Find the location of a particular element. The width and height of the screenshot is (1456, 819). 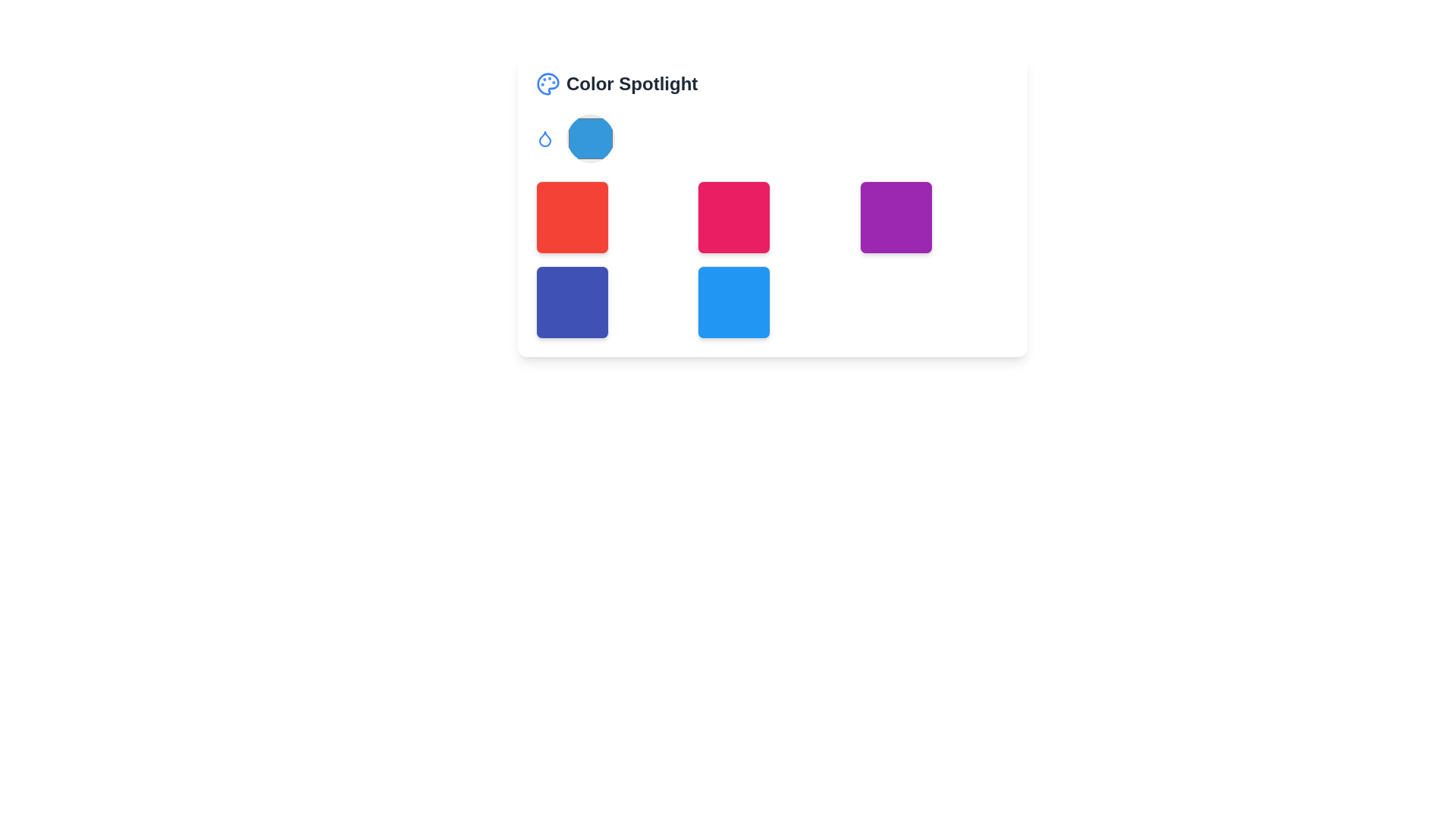

the blue palette-shaped icon with color circles in the 'Color Spotlight' header section, located to the left of the text is located at coordinates (548, 84).